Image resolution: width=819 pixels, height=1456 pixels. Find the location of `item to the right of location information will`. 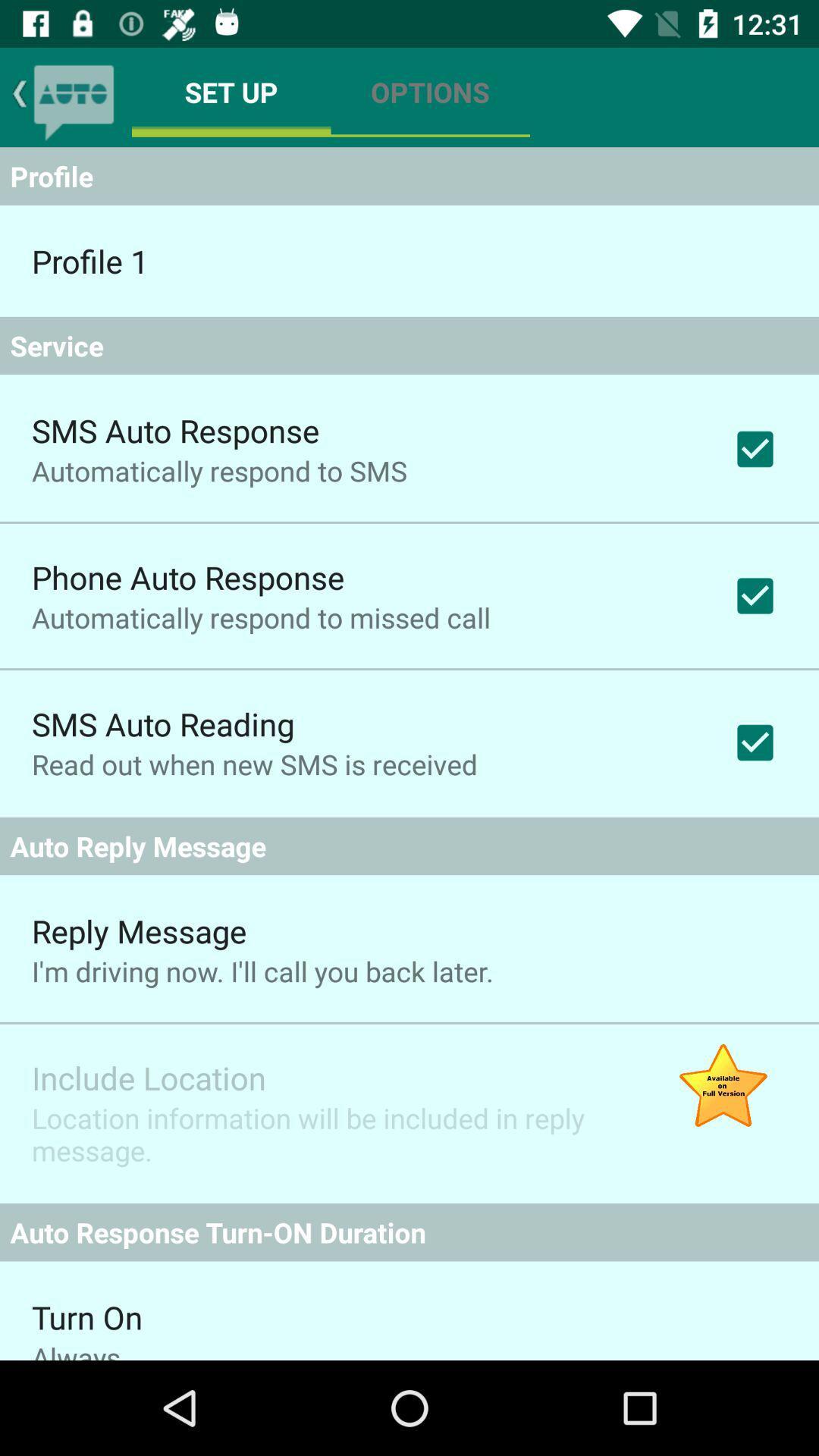

item to the right of location information will is located at coordinates (722, 1087).